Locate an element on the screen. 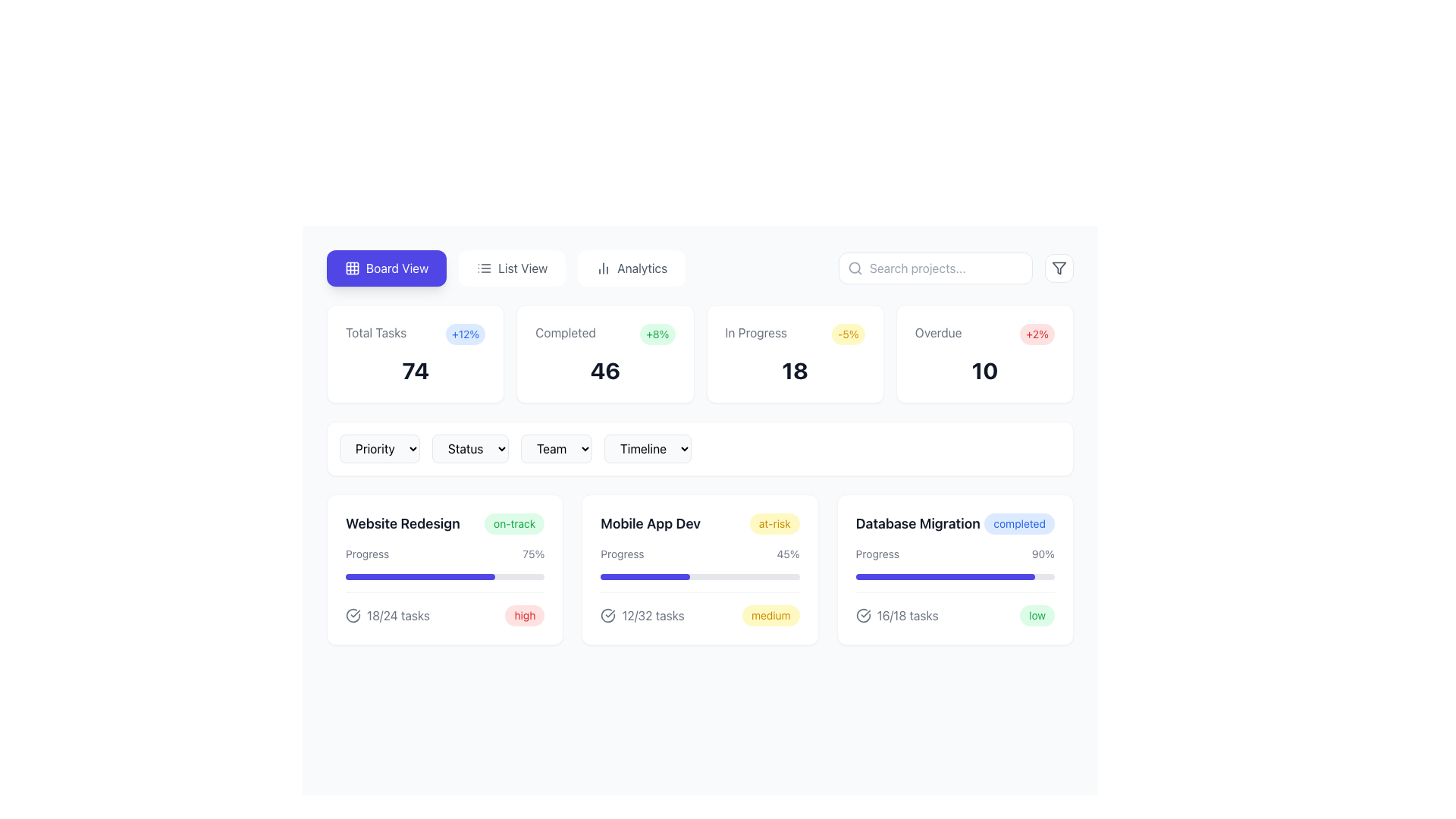 The height and width of the screenshot is (819, 1456). the progress value of the indigo progress indicator within the 'Mobile App Dev' task card, which is a rectangular bar with rounded edges is located at coordinates (645, 576).